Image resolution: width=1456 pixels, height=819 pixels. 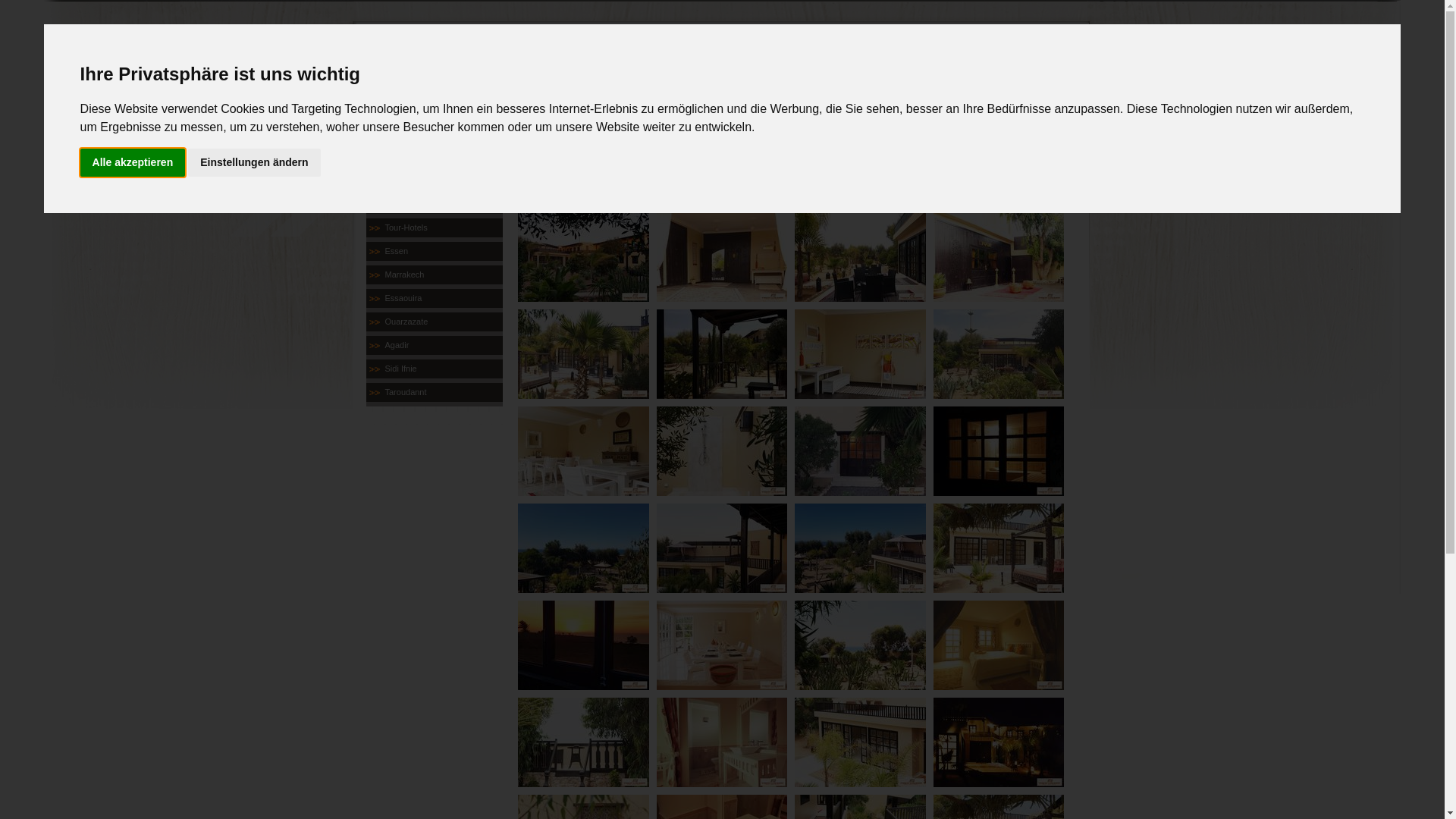 What do you see at coordinates (432, 298) in the screenshot?
I see `'Essaouira'` at bounding box center [432, 298].